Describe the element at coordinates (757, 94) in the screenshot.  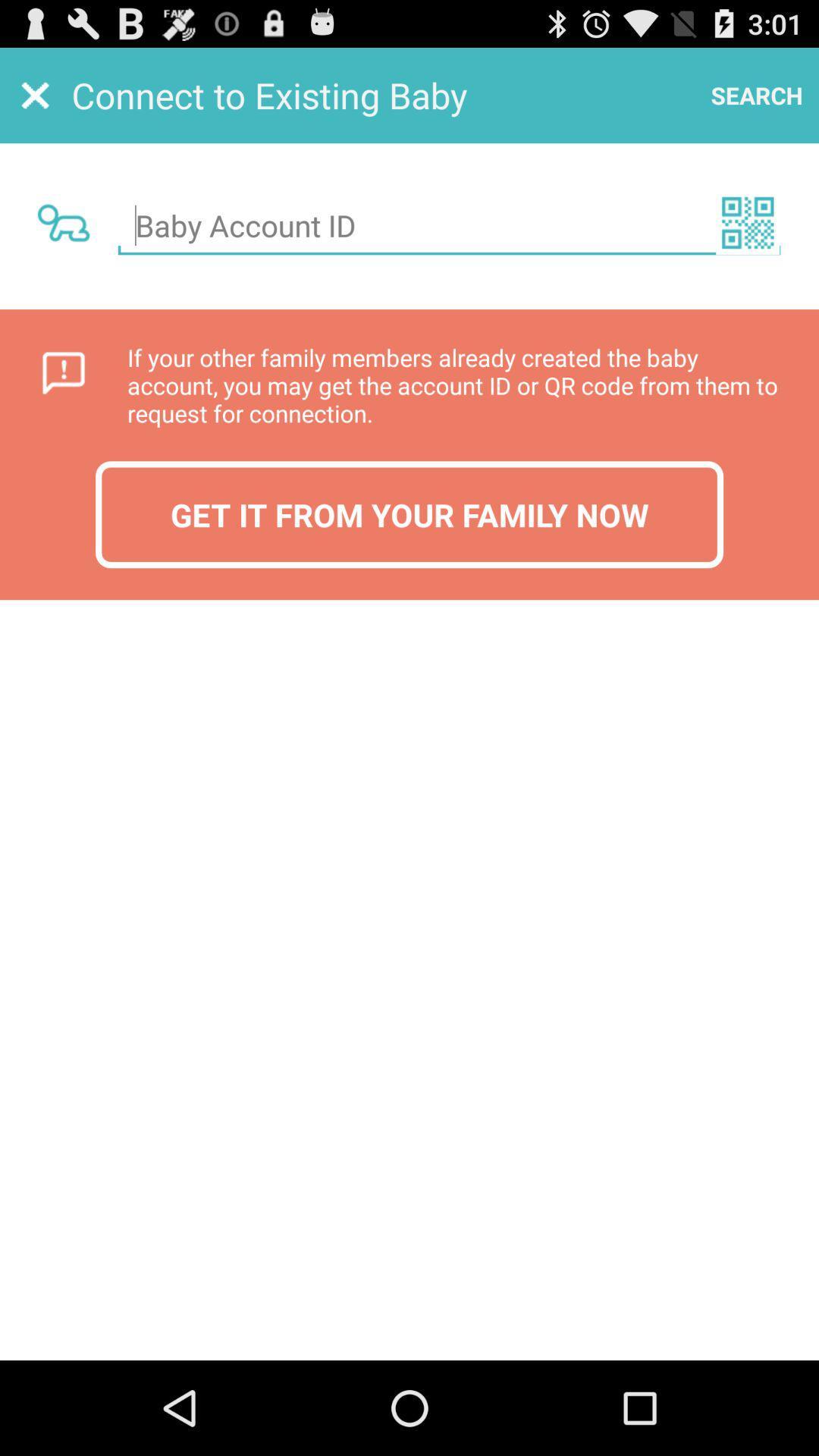
I see `the item next to connect to existing app` at that location.